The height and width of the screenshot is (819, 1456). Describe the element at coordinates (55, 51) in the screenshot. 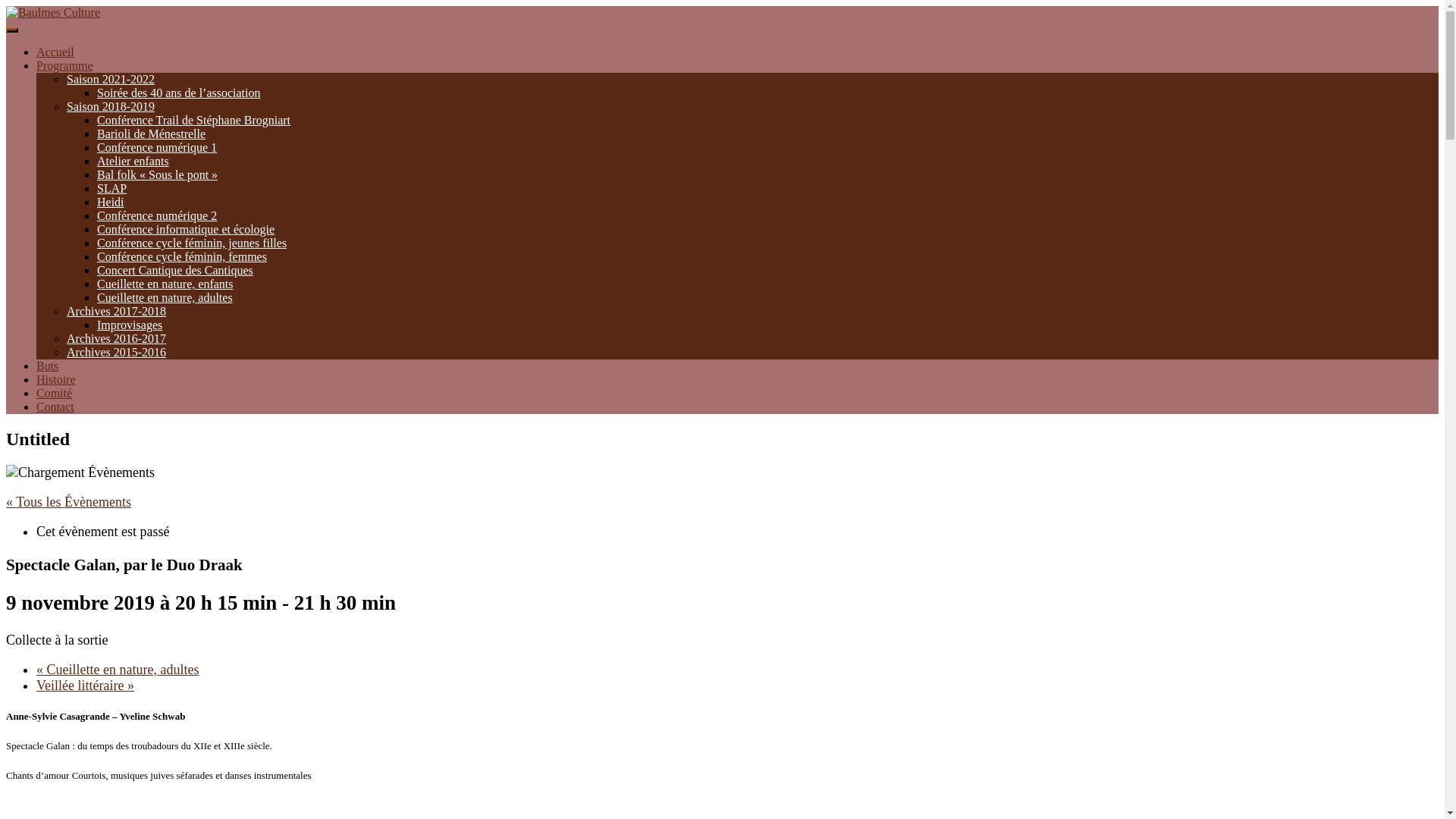

I see `'Accueil'` at that location.